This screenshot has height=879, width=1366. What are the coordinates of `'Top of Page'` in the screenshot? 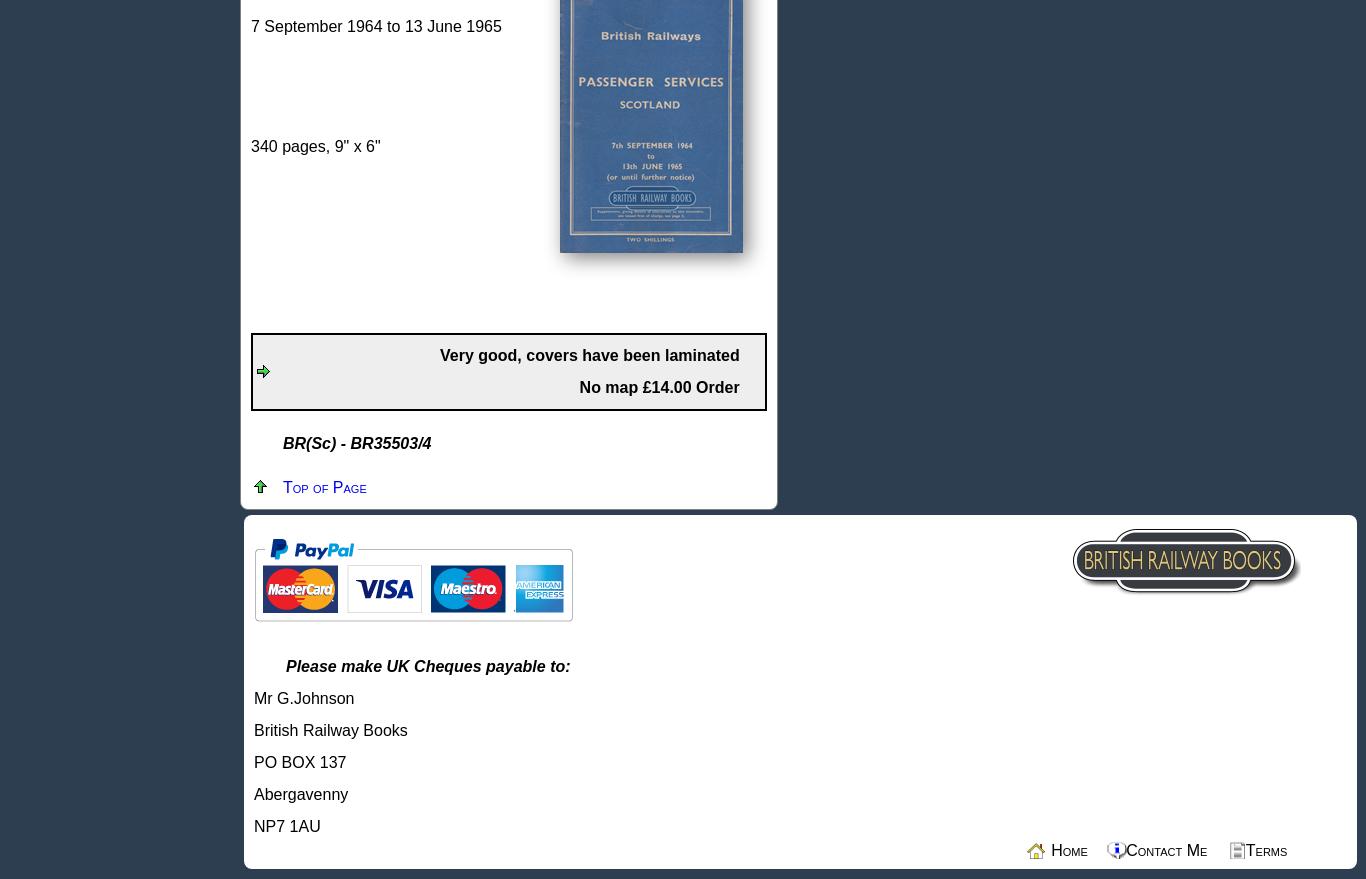 It's located at (324, 486).